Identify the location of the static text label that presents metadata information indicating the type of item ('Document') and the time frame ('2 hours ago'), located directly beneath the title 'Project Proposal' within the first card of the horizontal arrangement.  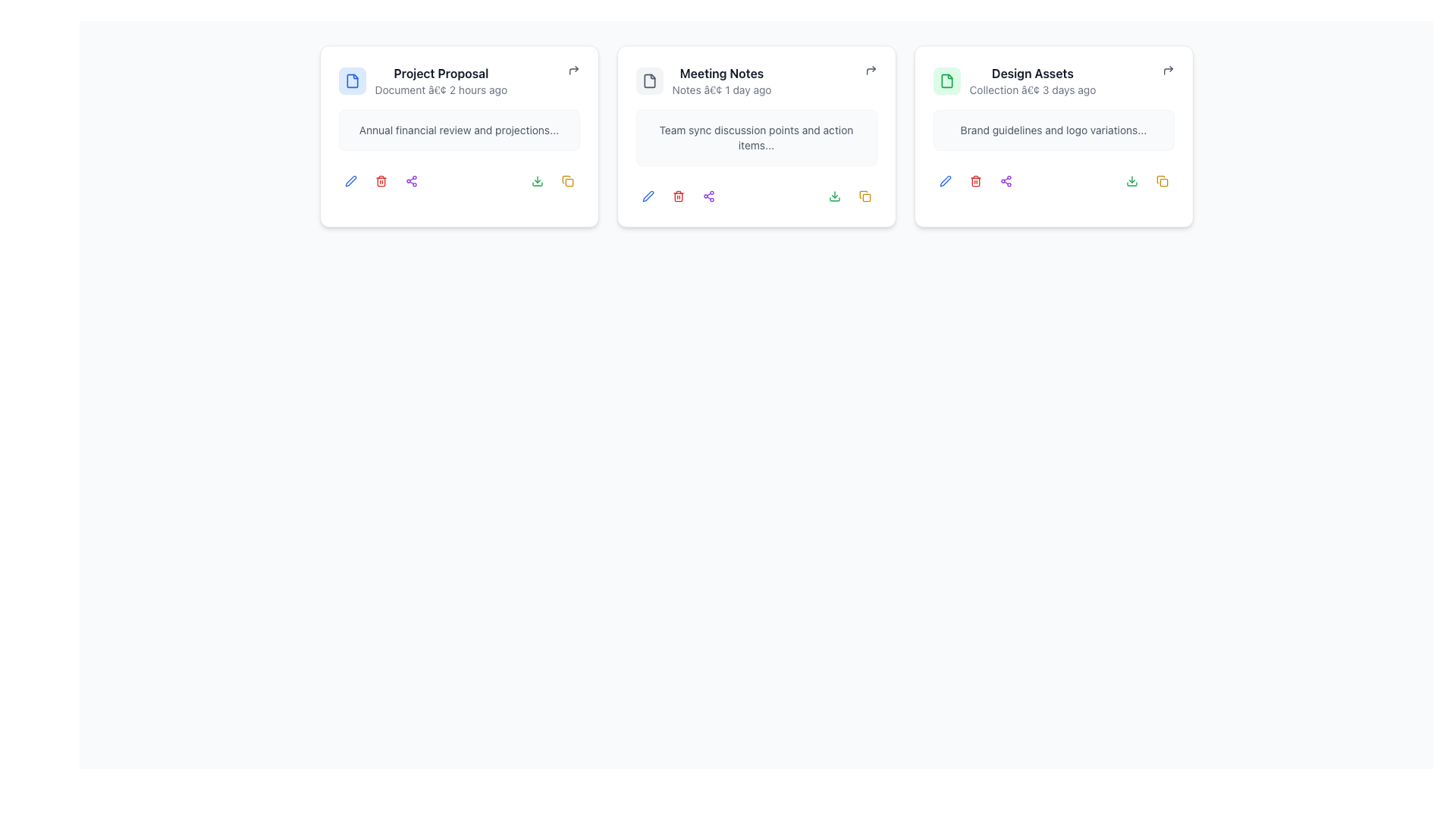
(440, 90).